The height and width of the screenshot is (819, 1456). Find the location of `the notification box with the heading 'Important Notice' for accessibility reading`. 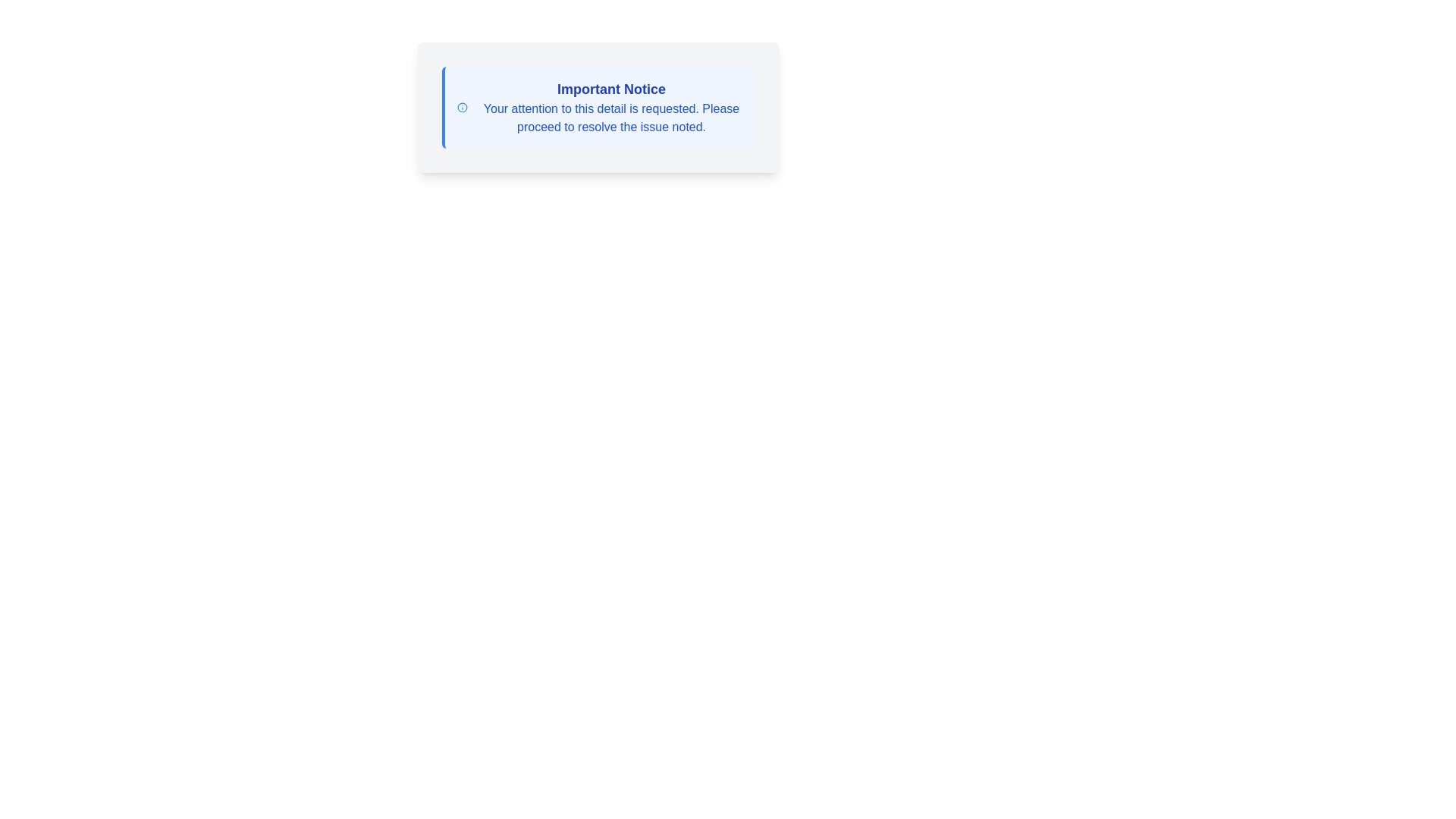

the notification box with the heading 'Important Notice' for accessibility reading is located at coordinates (598, 107).